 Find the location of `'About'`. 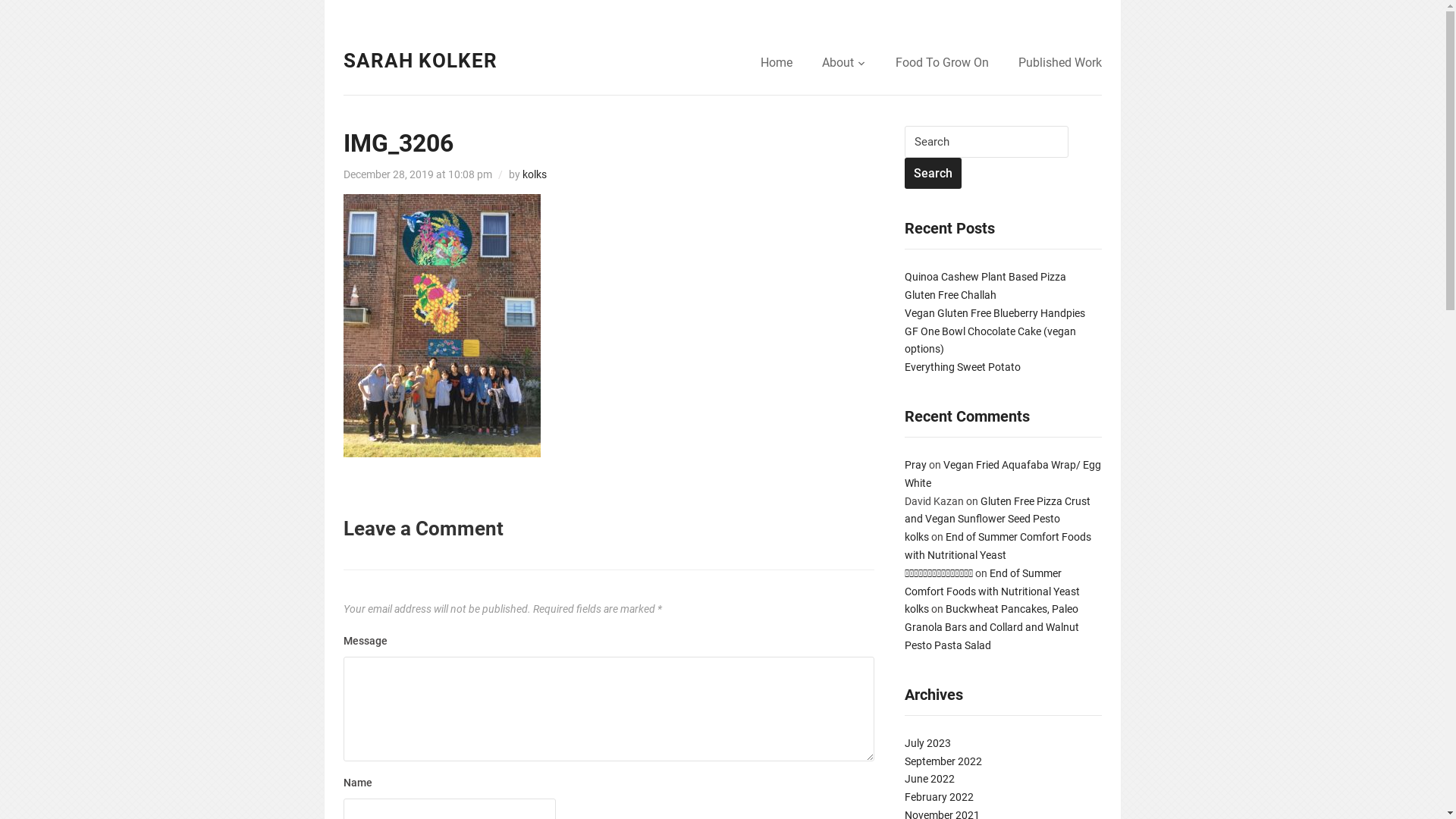

'About' is located at coordinates (821, 63).